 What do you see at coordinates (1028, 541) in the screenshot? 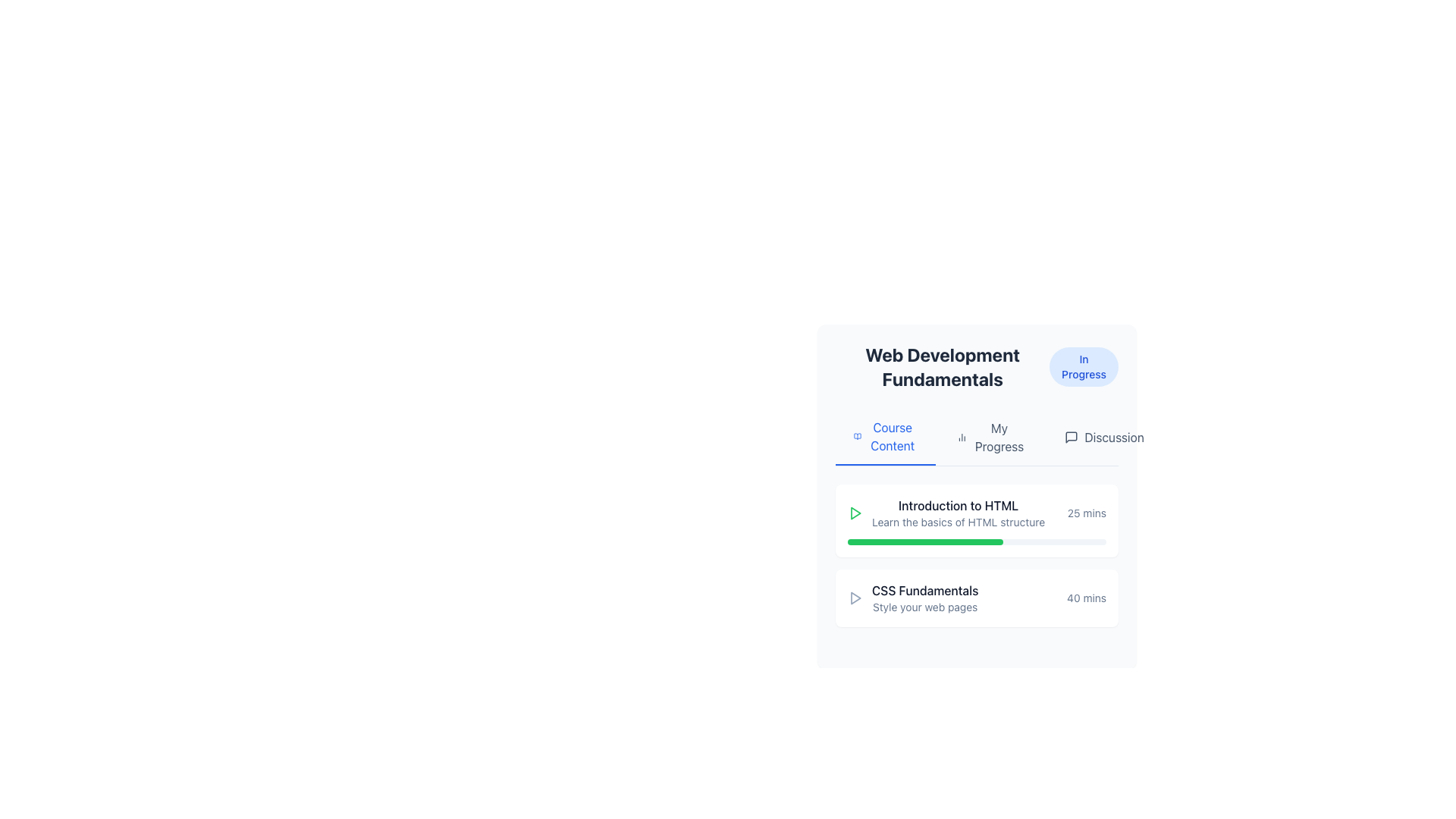
I see `progress bar completion` at bounding box center [1028, 541].